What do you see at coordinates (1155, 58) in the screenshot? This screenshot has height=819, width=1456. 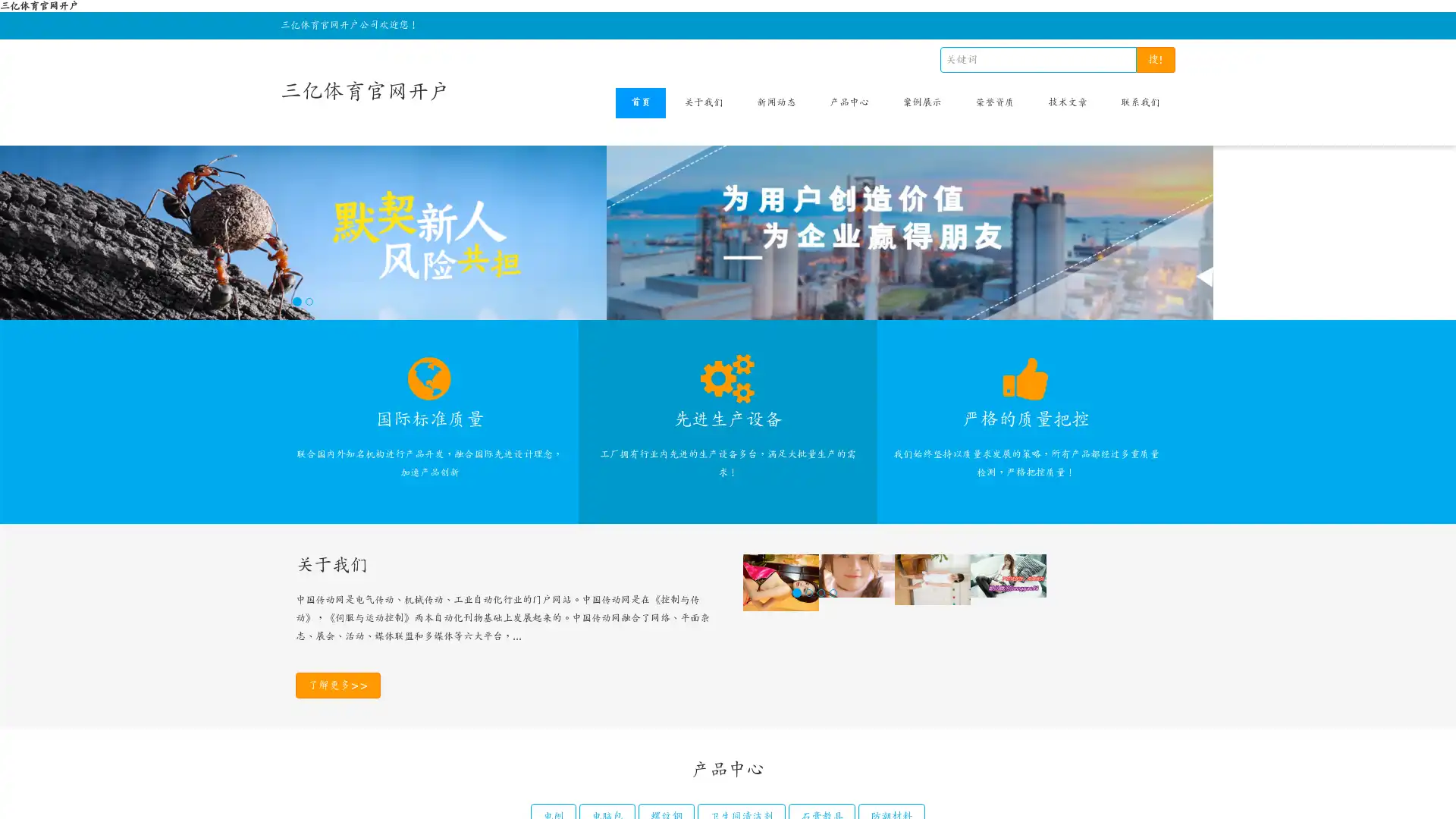 I see `!` at bounding box center [1155, 58].